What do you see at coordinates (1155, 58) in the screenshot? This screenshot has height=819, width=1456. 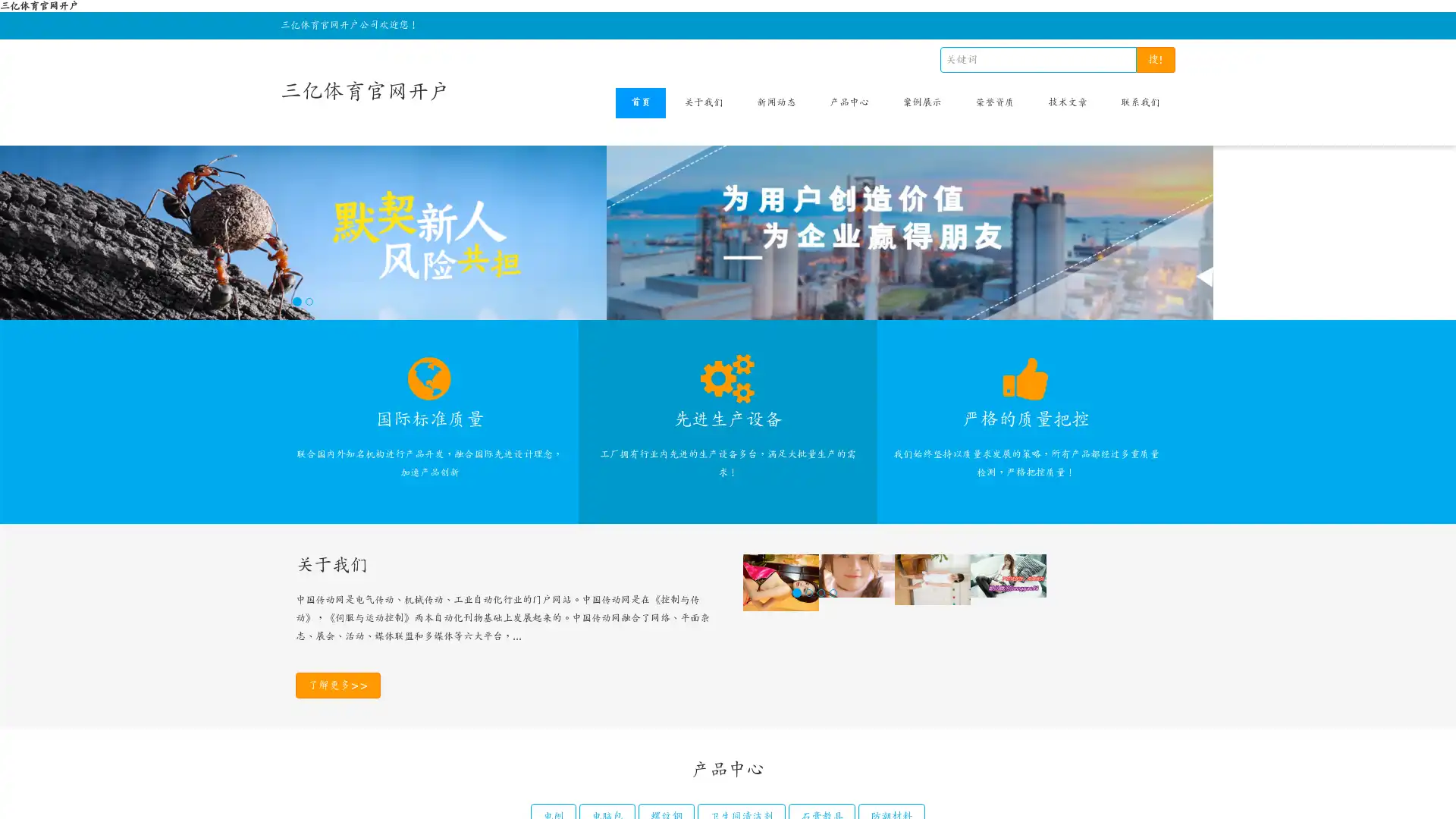 I see `!` at bounding box center [1155, 58].